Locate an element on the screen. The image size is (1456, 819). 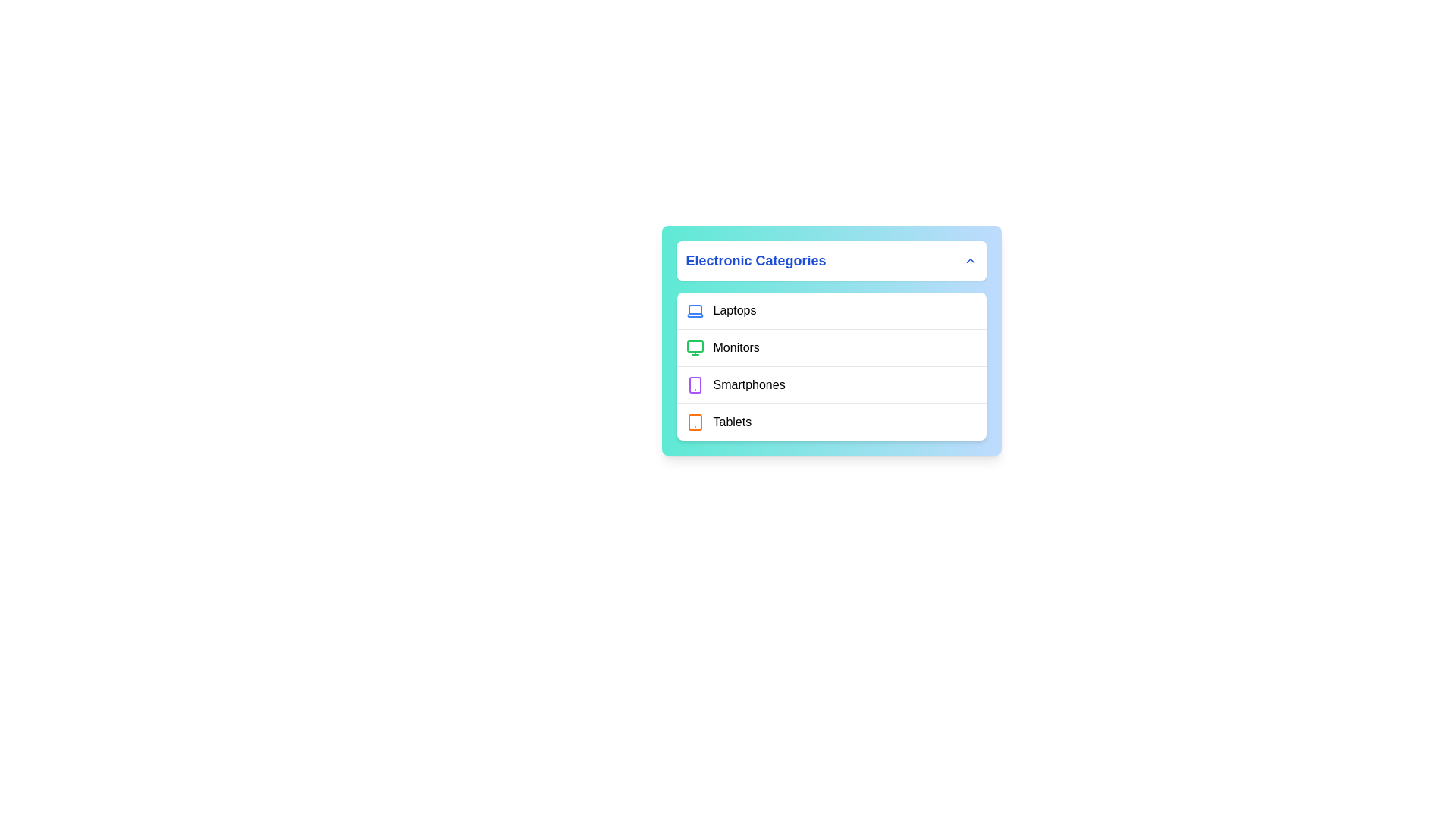
the small upward-pointing chevron icon with a blue outline located at the far right end of the 'Electronic Categories' header is located at coordinates (969, 259).